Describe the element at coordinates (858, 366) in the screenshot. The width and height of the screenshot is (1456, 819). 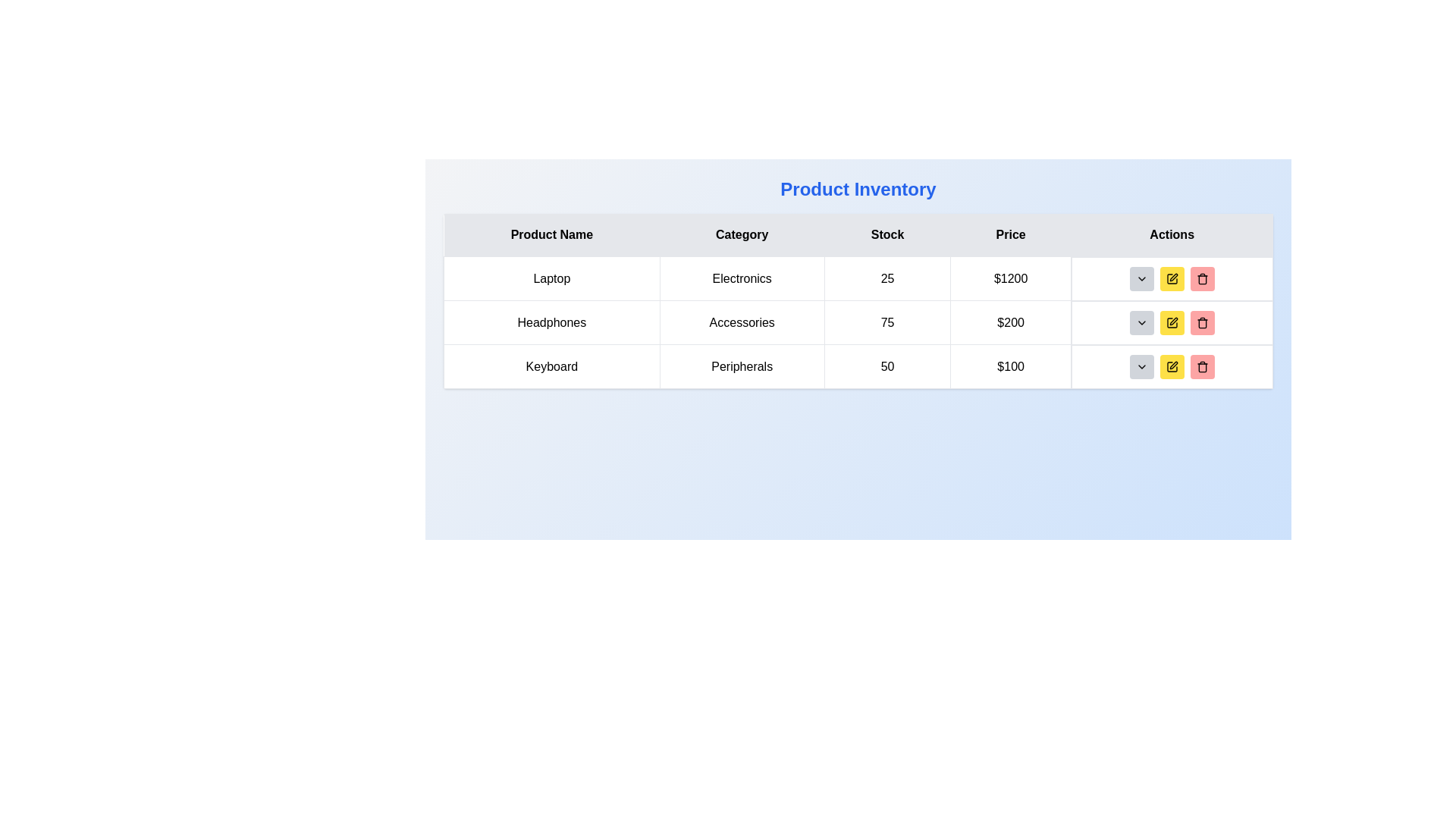
I see `the third row in the 'Product Inventory' table displaying information about the Keyboard, located between the 'Headphones' row and the subsequent rows` at that location.